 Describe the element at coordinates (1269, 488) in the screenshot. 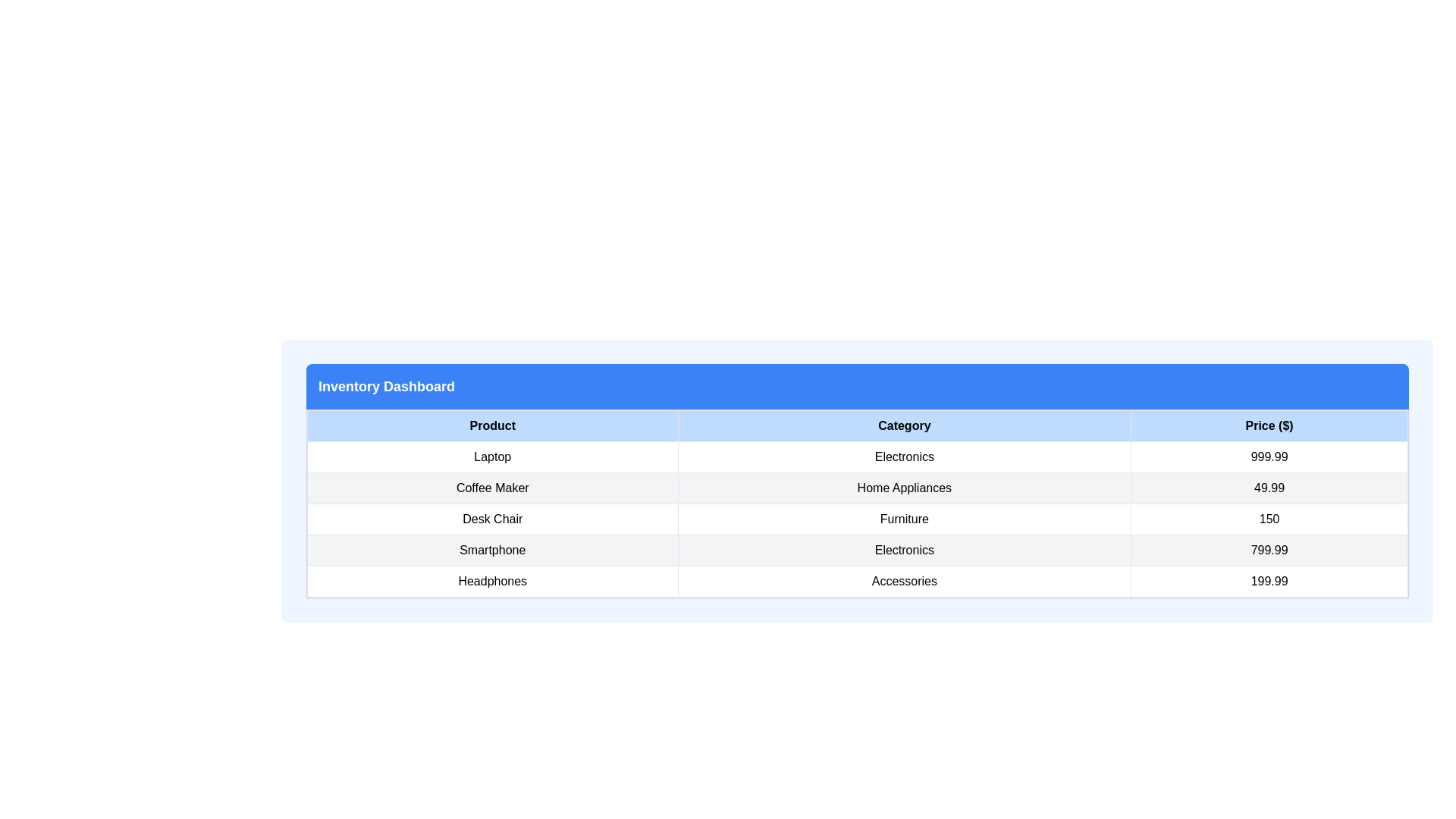

I see `the static text label displaying the price of the product 'Coffee Maker' located in the 'Price ($)' column of the table` at that location.